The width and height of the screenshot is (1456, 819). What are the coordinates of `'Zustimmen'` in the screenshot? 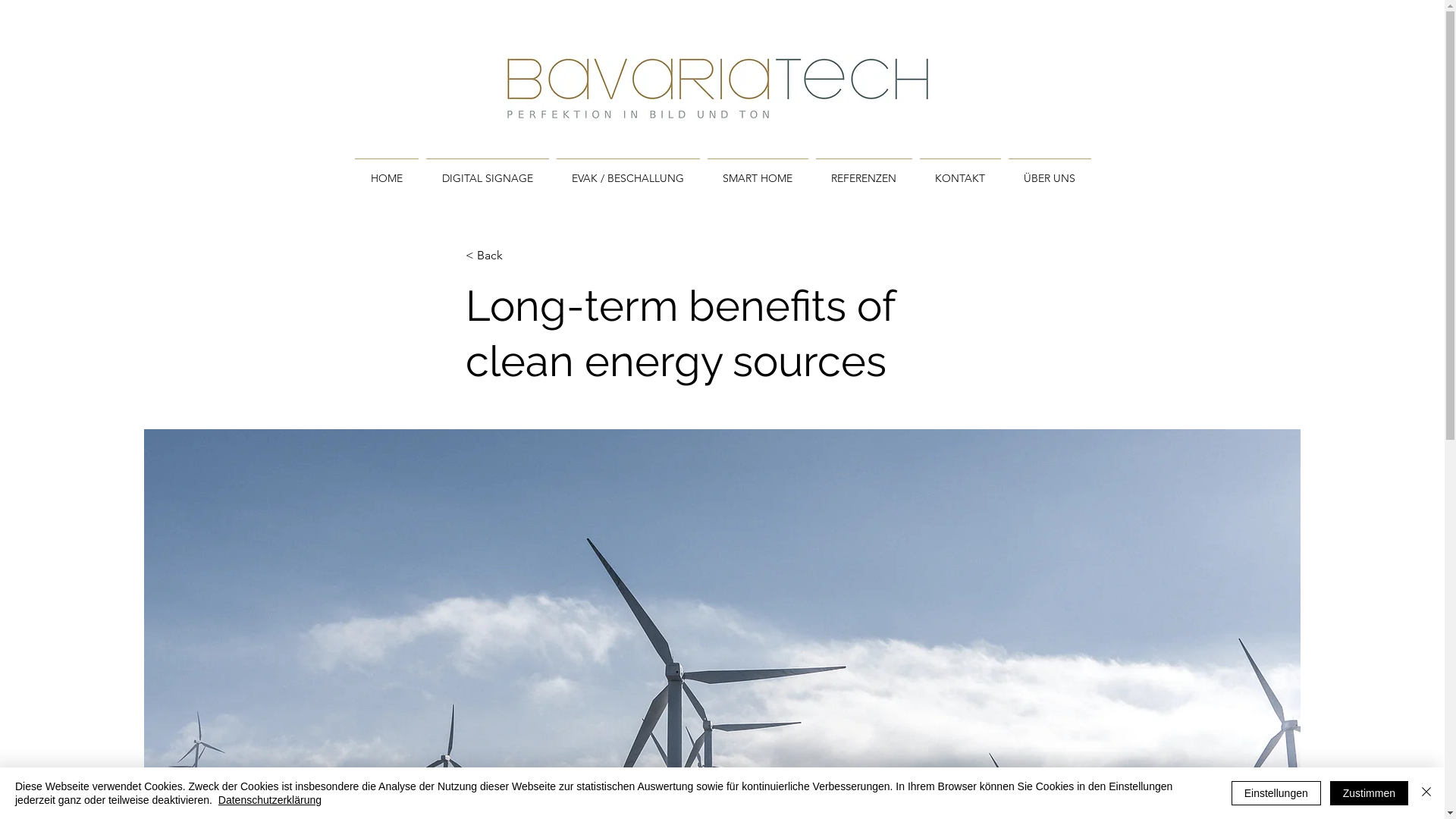 It's located at (1369, 792).